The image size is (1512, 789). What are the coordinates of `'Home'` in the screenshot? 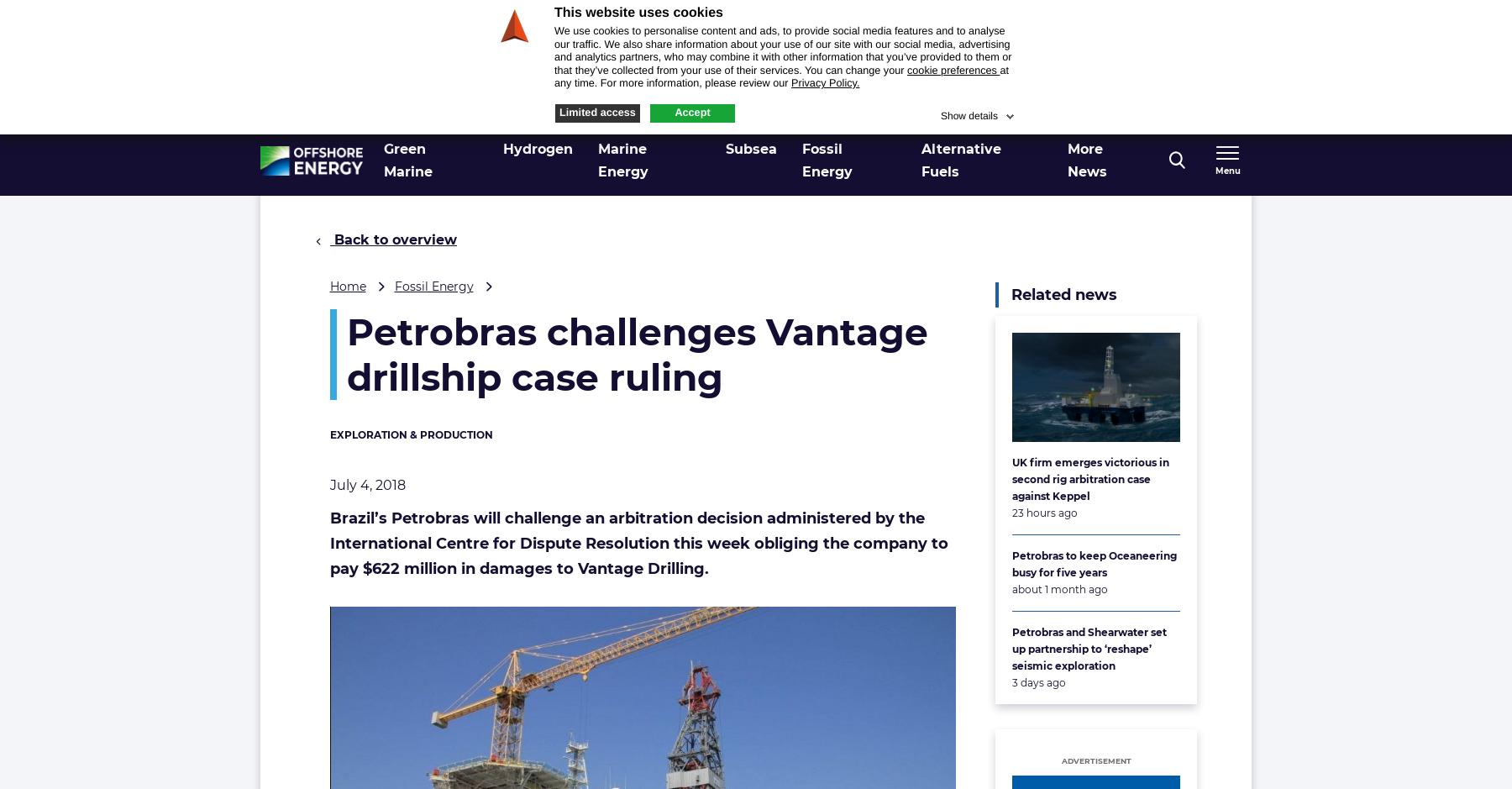 It's located at (347, 286).